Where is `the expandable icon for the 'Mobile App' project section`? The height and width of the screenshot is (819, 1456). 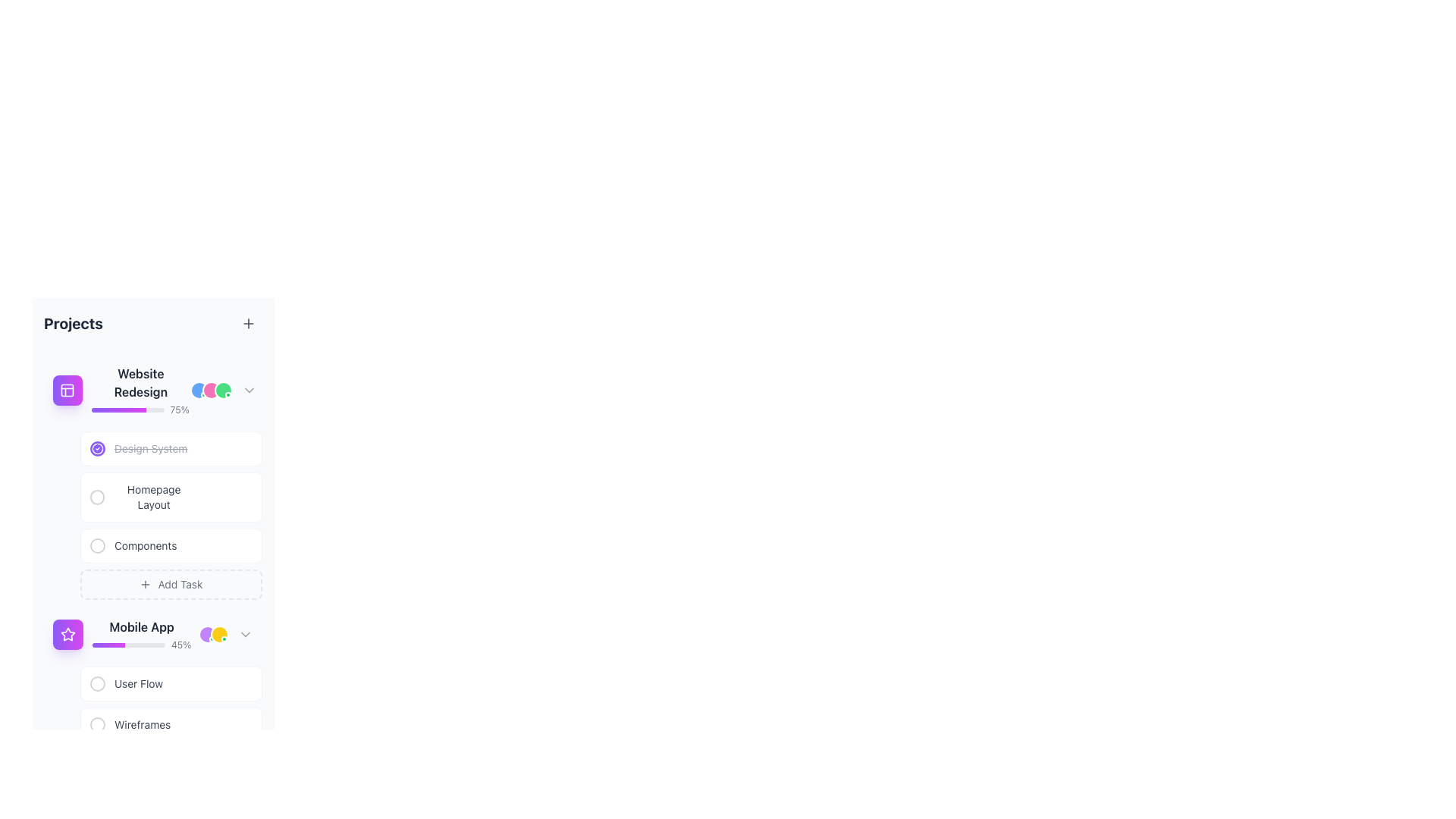
the expandable icon for the 'Mobile App' project section is located at coordinates (246, 635).